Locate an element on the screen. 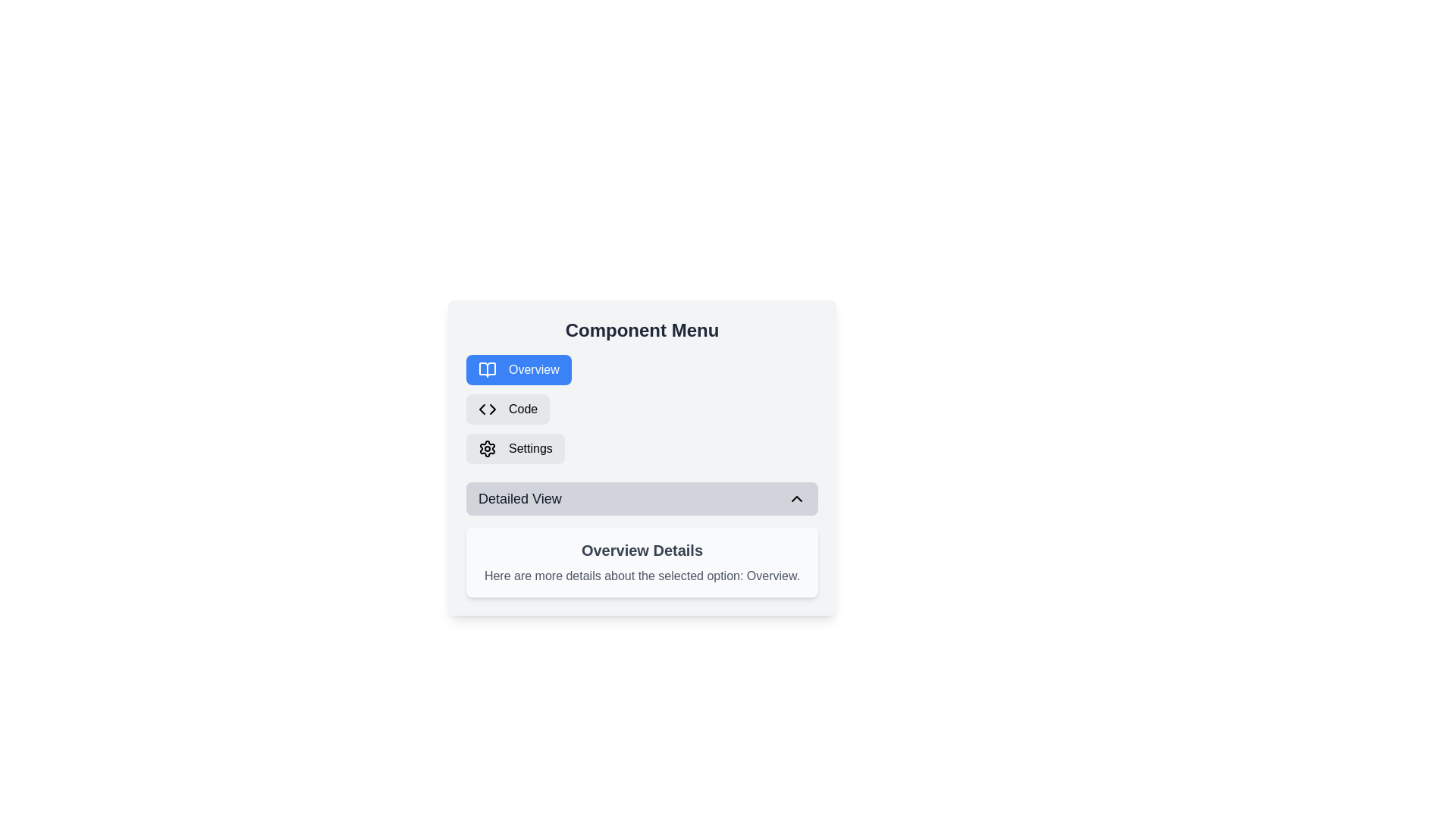  the open book icon located in the upper left area of the 'Component Menu' card is located at coordinates (488, 370).